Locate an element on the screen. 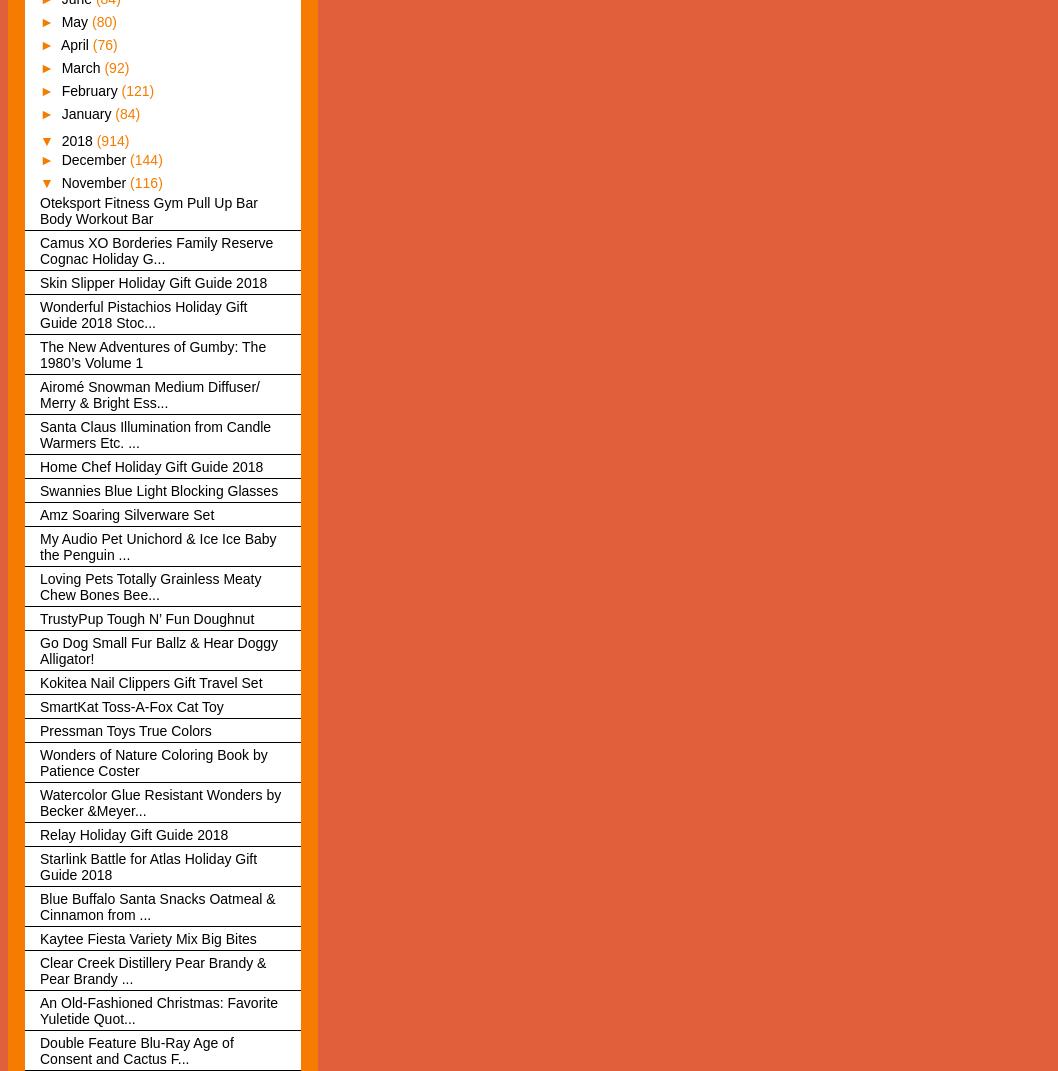 This screenshot has width=1058, height=1071. 'SmartKat Toss-A-Fox Cat Toy' is located at coordinates (130, 706).